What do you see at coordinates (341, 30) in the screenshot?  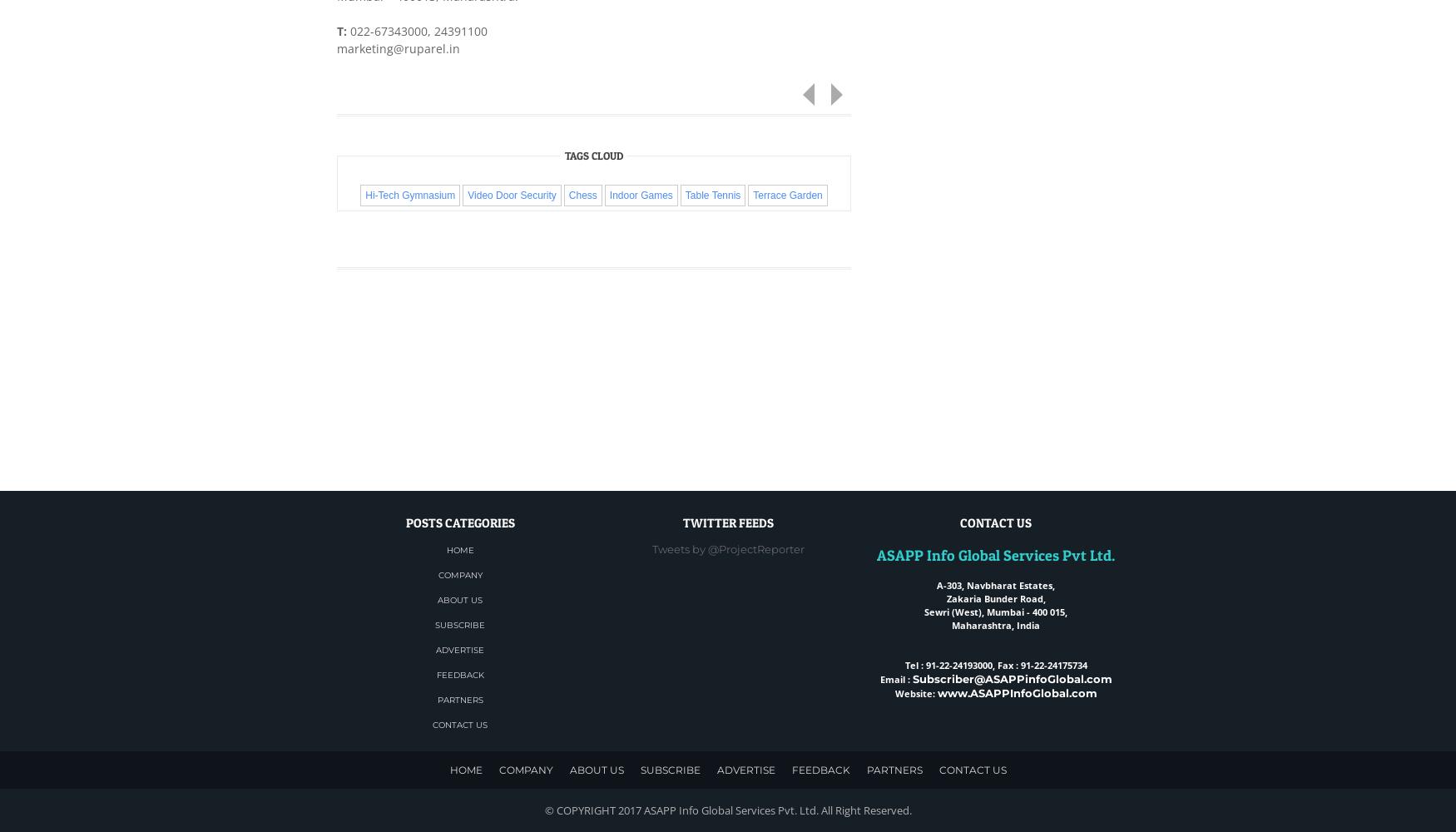 I see `'T:'` at bounding box center [341, 30].